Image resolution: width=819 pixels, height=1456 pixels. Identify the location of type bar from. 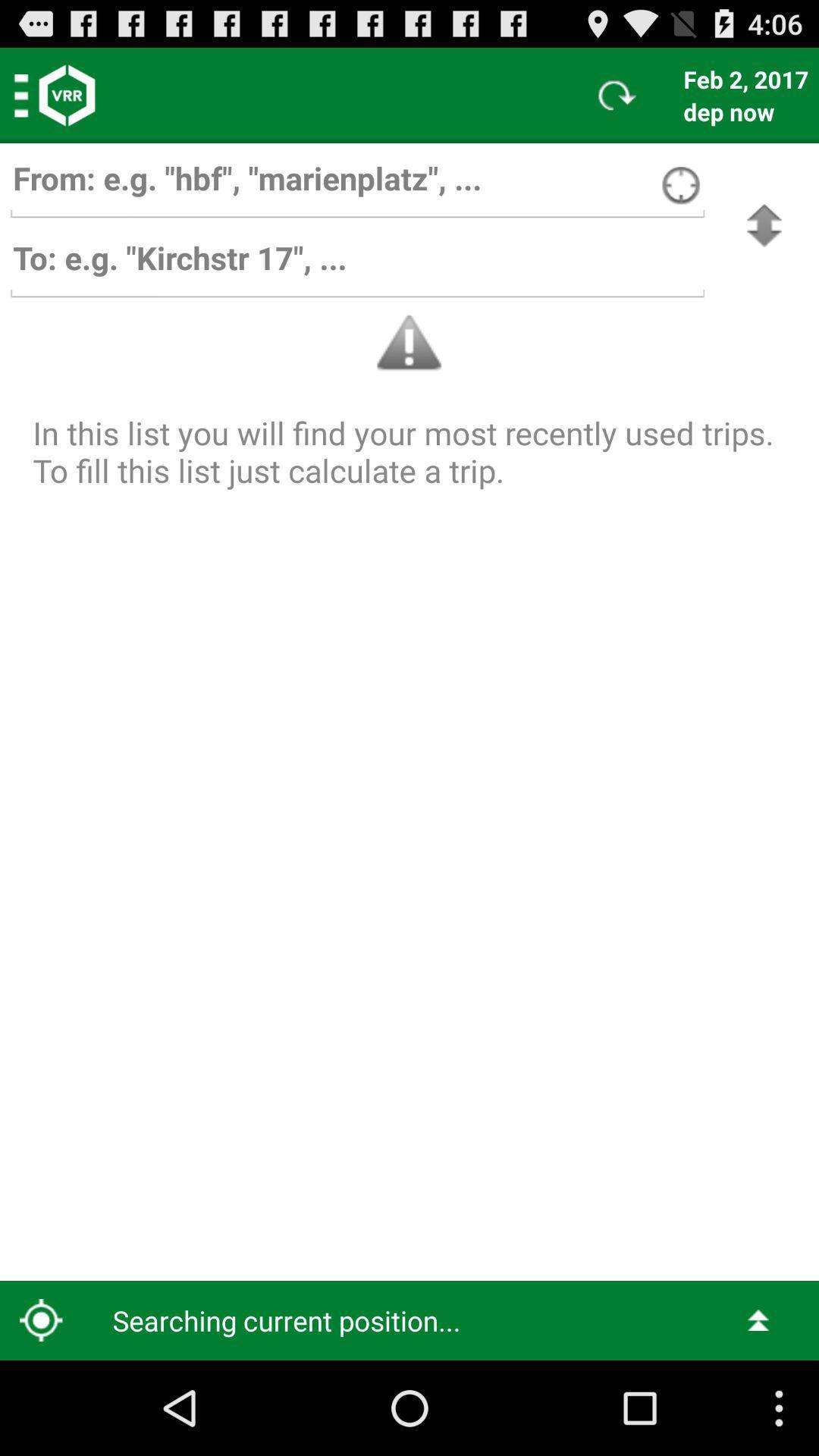
(357, 185).